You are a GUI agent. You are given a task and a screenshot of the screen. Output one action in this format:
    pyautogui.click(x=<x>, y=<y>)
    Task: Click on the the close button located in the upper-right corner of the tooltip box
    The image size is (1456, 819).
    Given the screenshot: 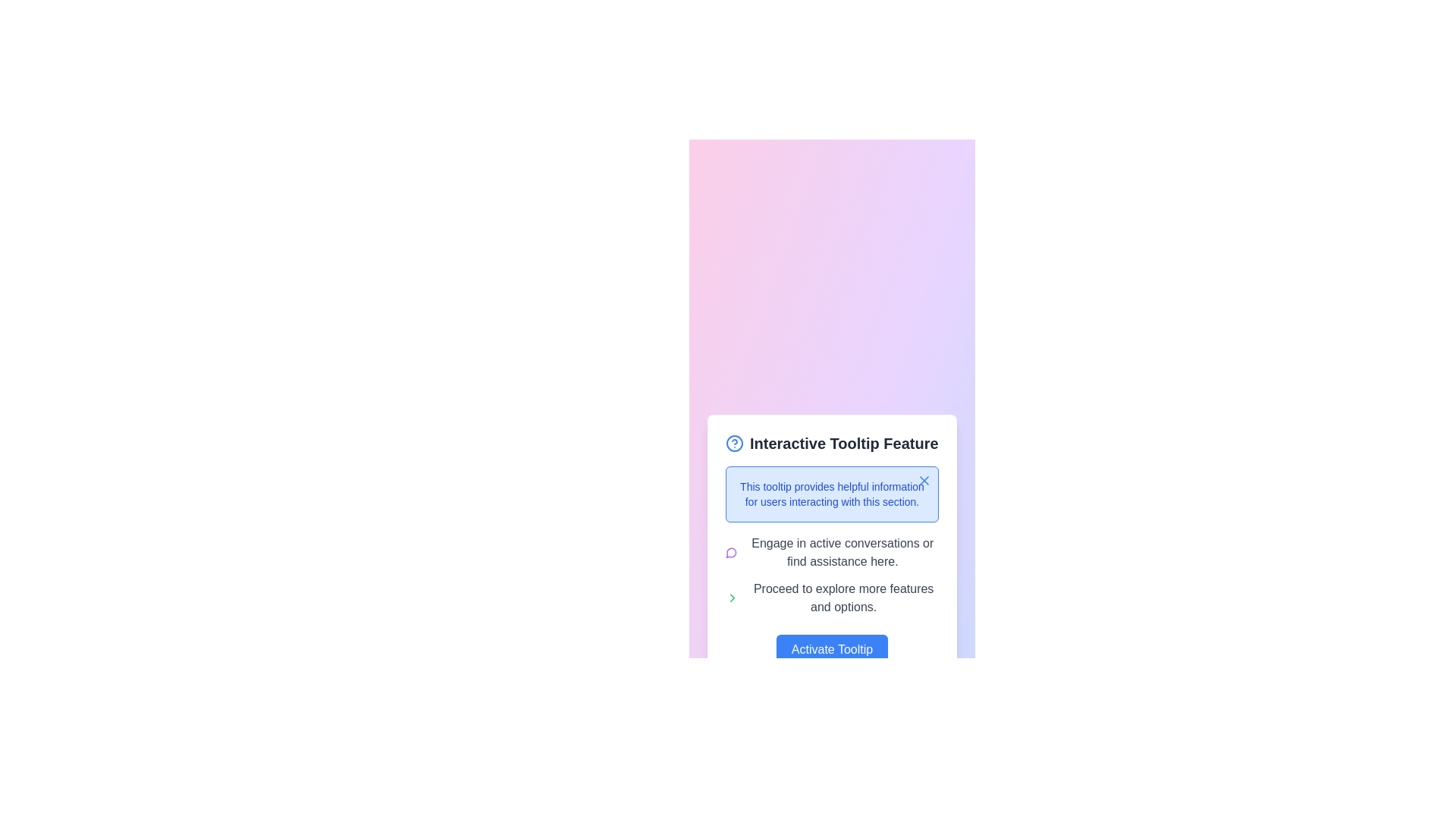 What is the action you would take?
    pyautogui.click(x=924, y=480)
    